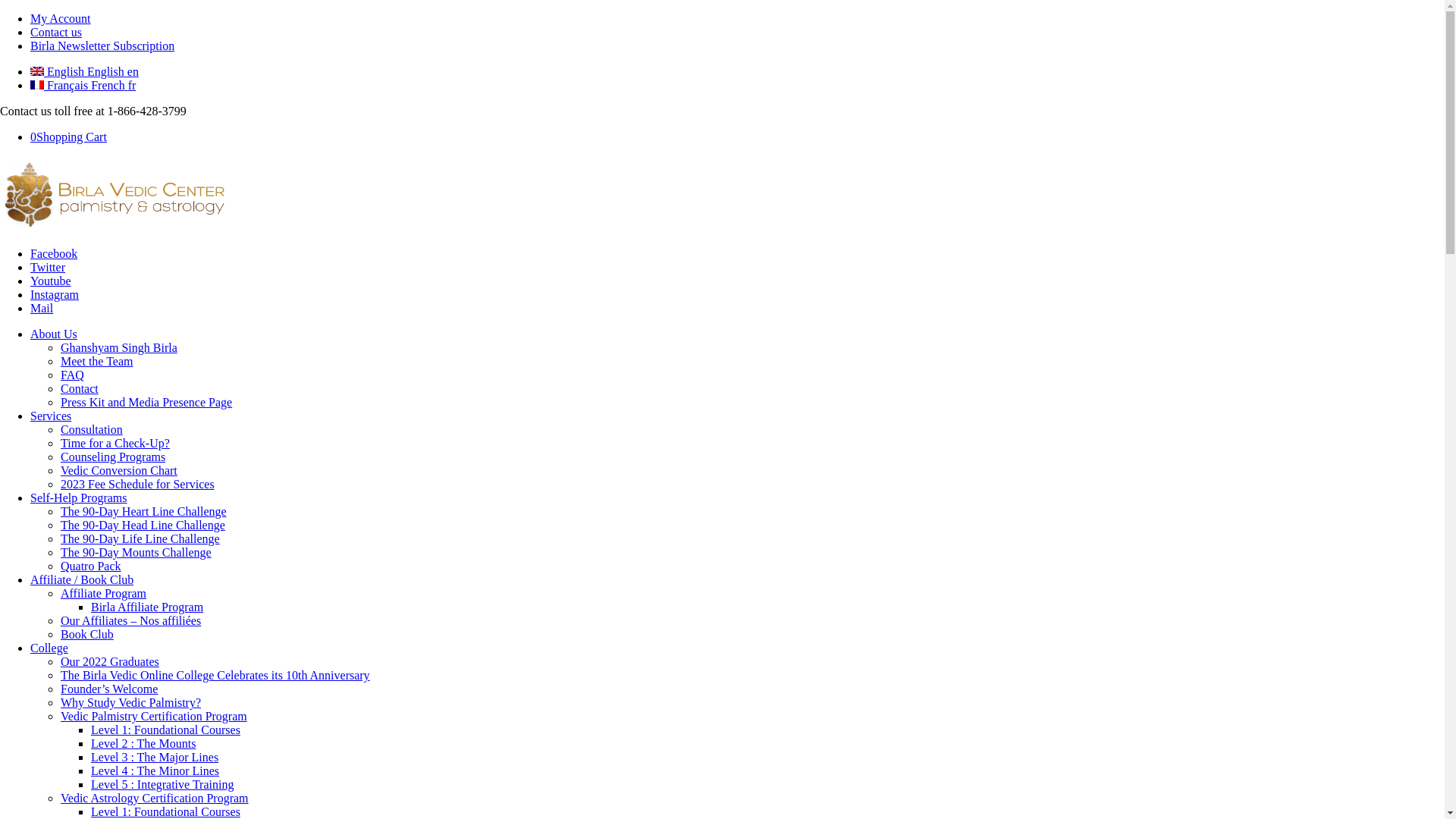  What do you see at coordinates (118, 347) in the screenshot?
I see `'Ghanshyam Singh Birla'` at bounding box center [118, 347].